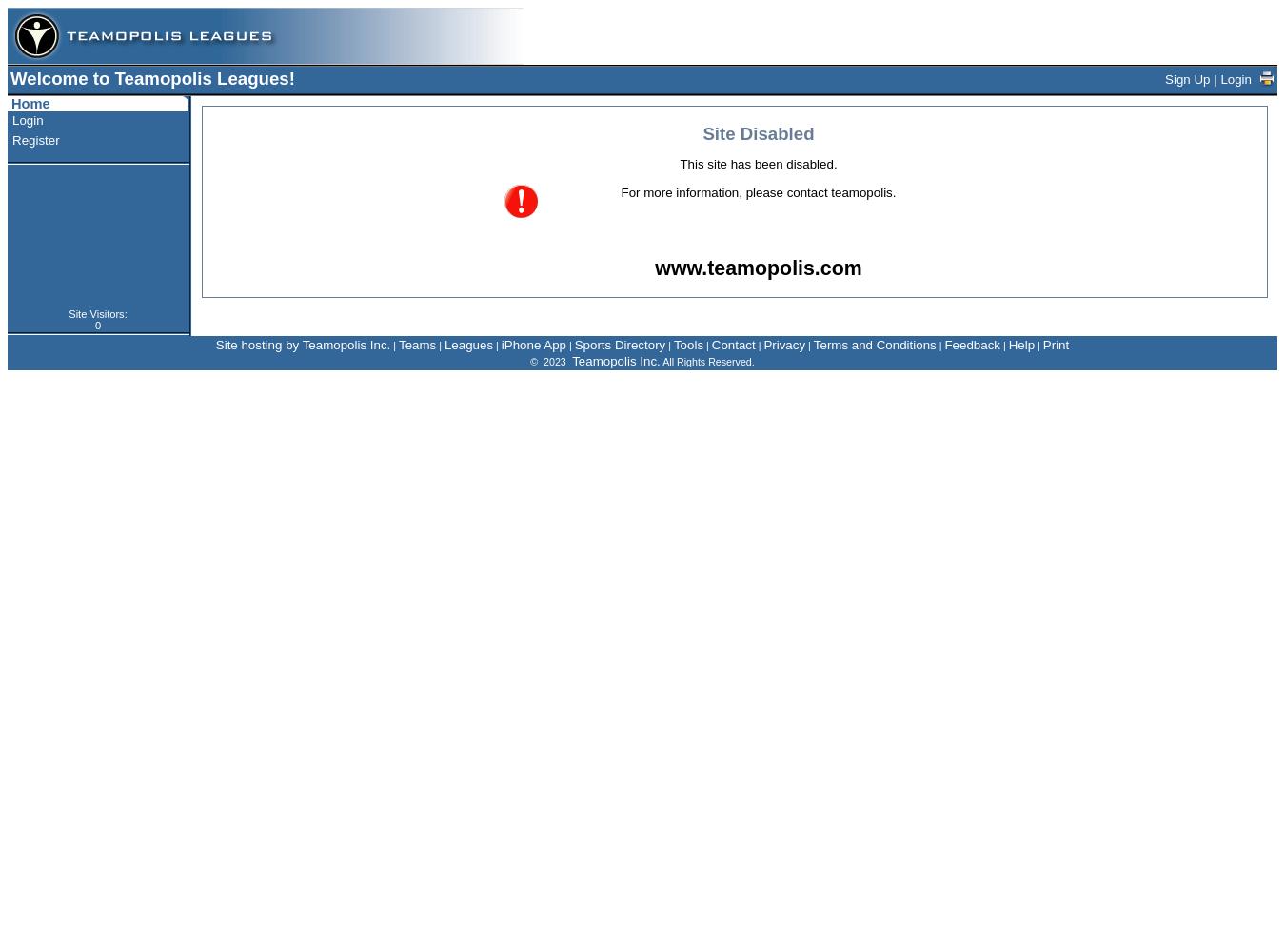  I want to click on 'Print', so click(1056, 344).